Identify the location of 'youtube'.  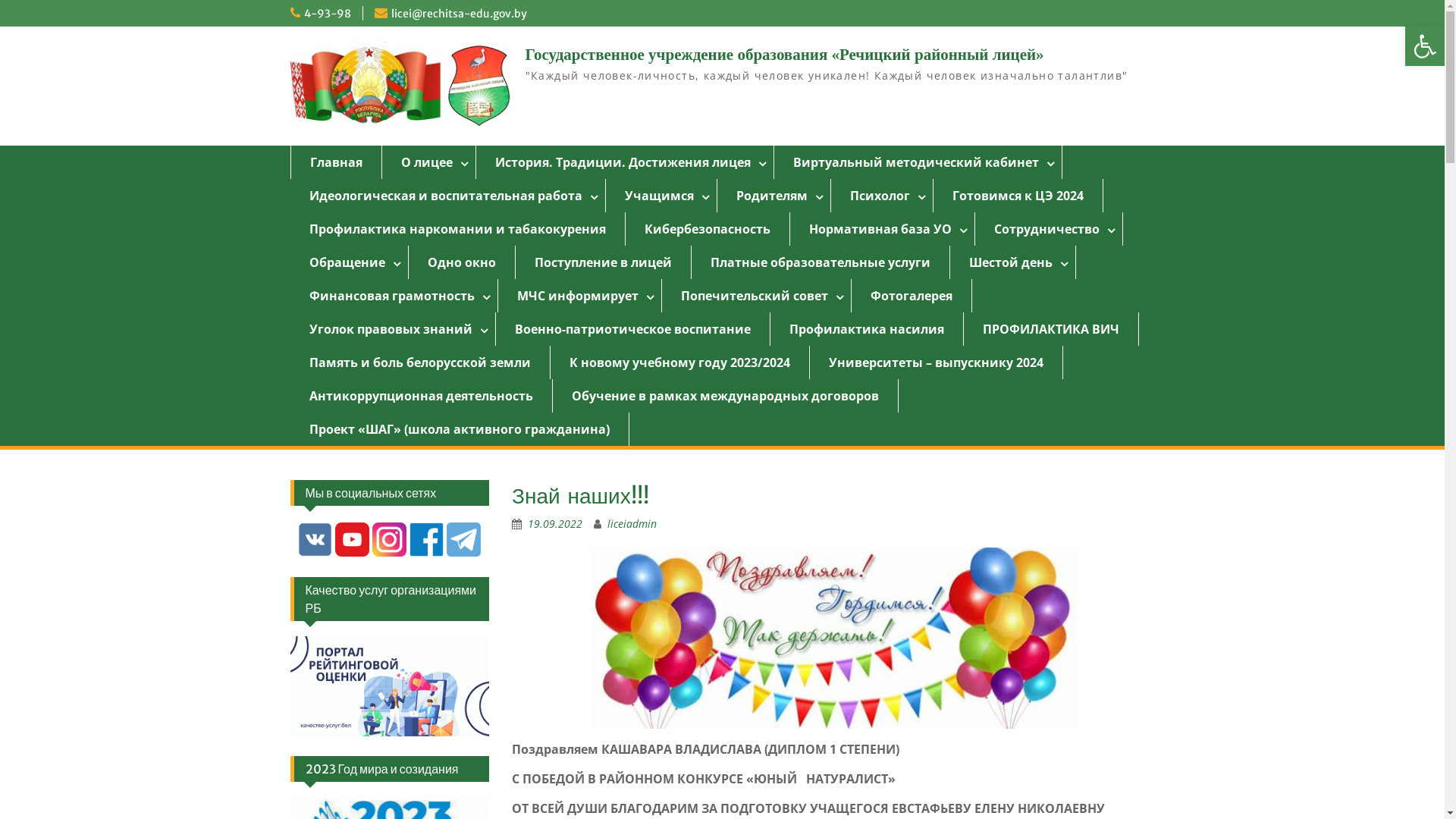
(351, 554).